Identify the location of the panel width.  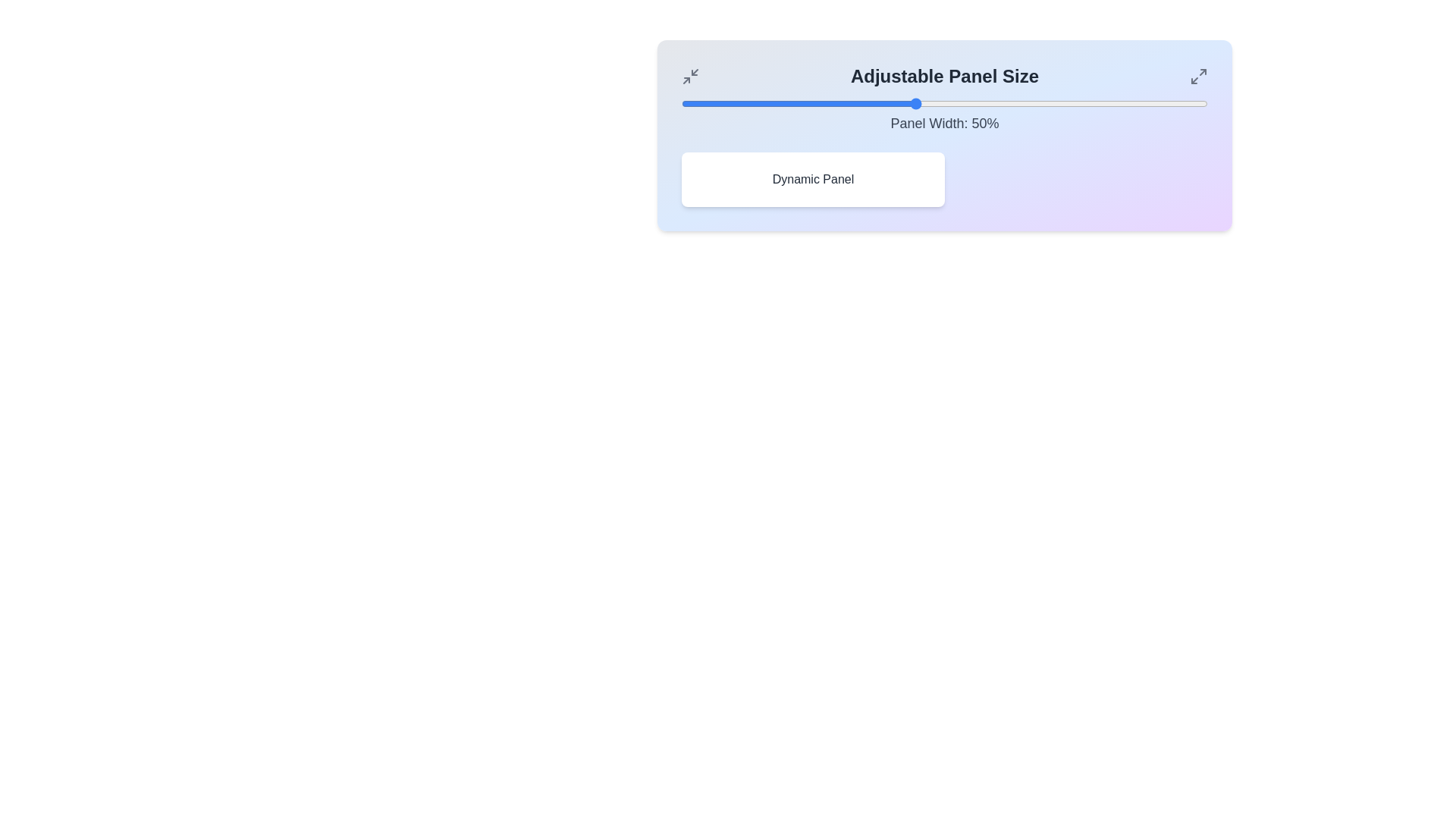
(1097, 103).